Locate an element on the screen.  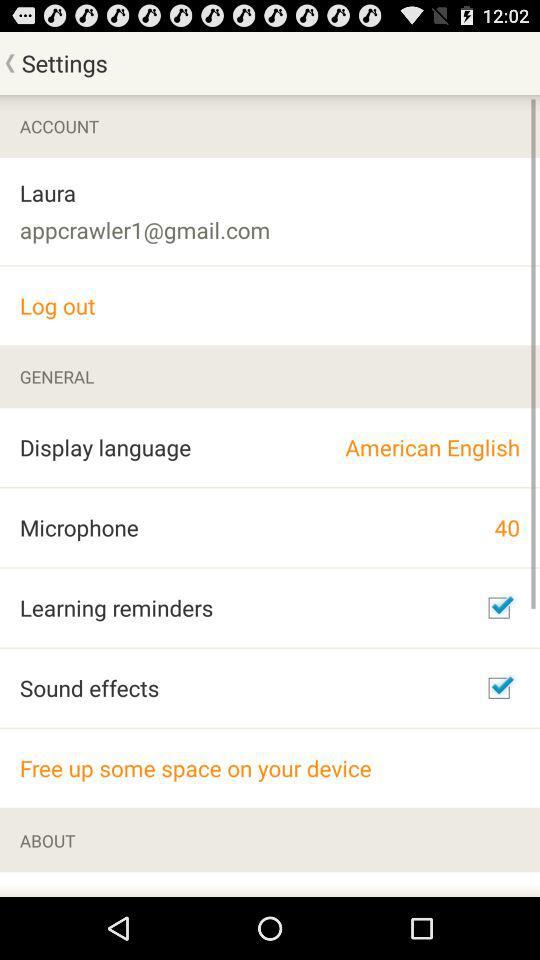
the 5 6 2 item is located at coordinates (109, 883).